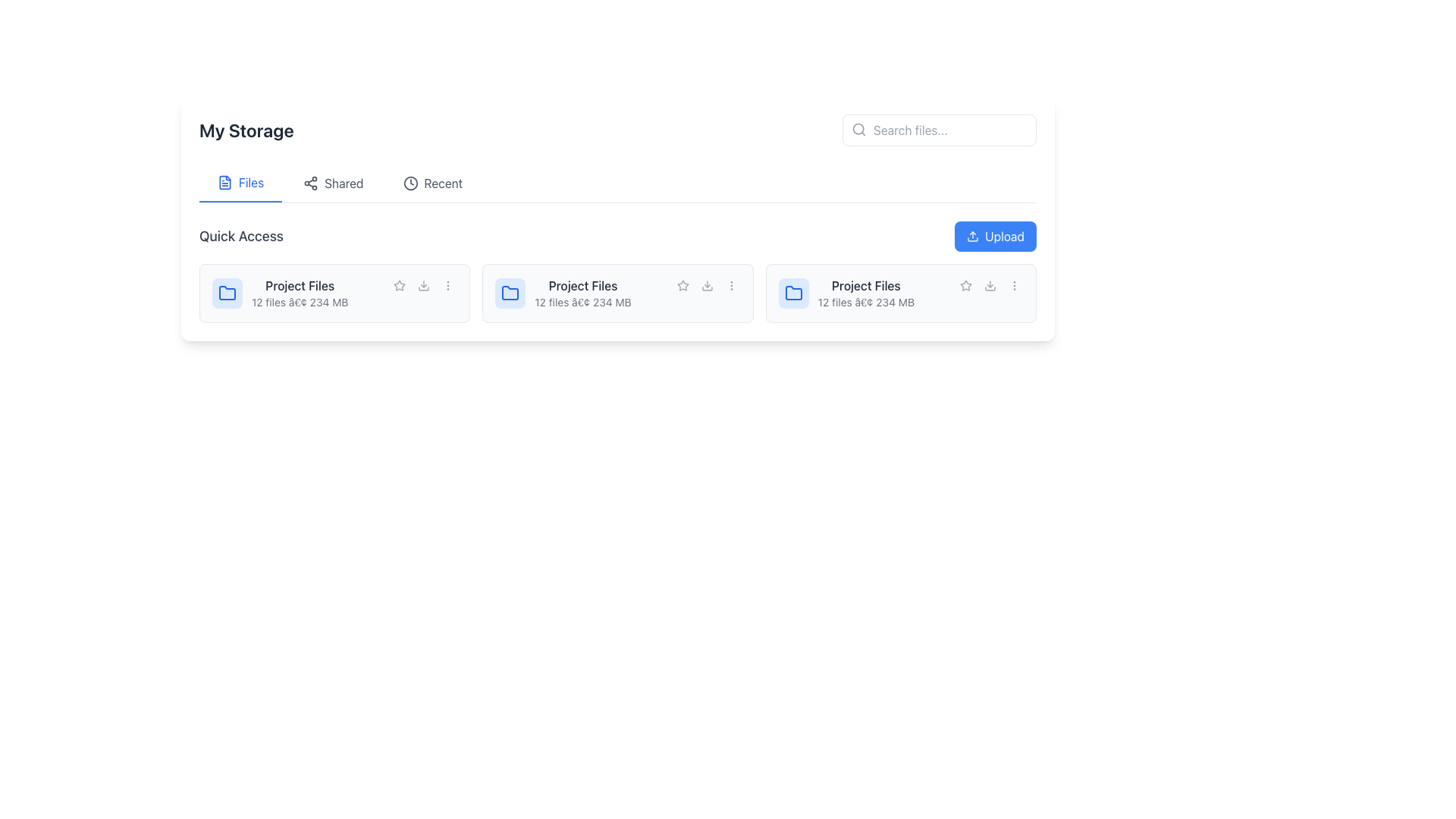 Image resolution: width=1456 pixels, height=819 pixels. I want to click on the static text label that serves as the title for a specific file or folder card in the Quick Access section, so click(866, 286).